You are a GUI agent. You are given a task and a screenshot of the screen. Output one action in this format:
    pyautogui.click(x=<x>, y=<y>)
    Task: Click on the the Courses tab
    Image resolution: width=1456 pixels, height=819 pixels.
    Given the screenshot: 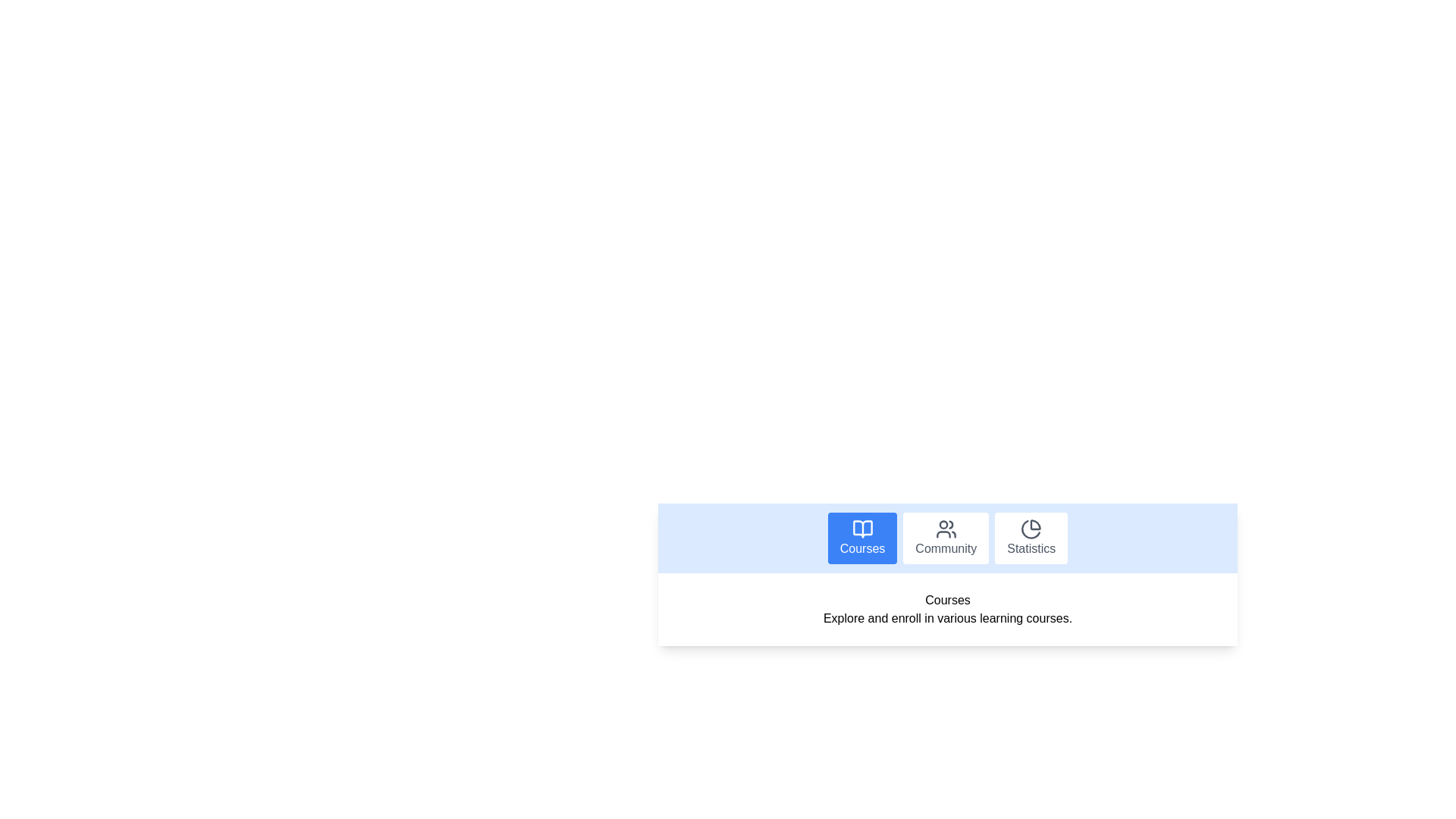 What is the action you would take?
    pyautogui.click(x=862, y=537)
    